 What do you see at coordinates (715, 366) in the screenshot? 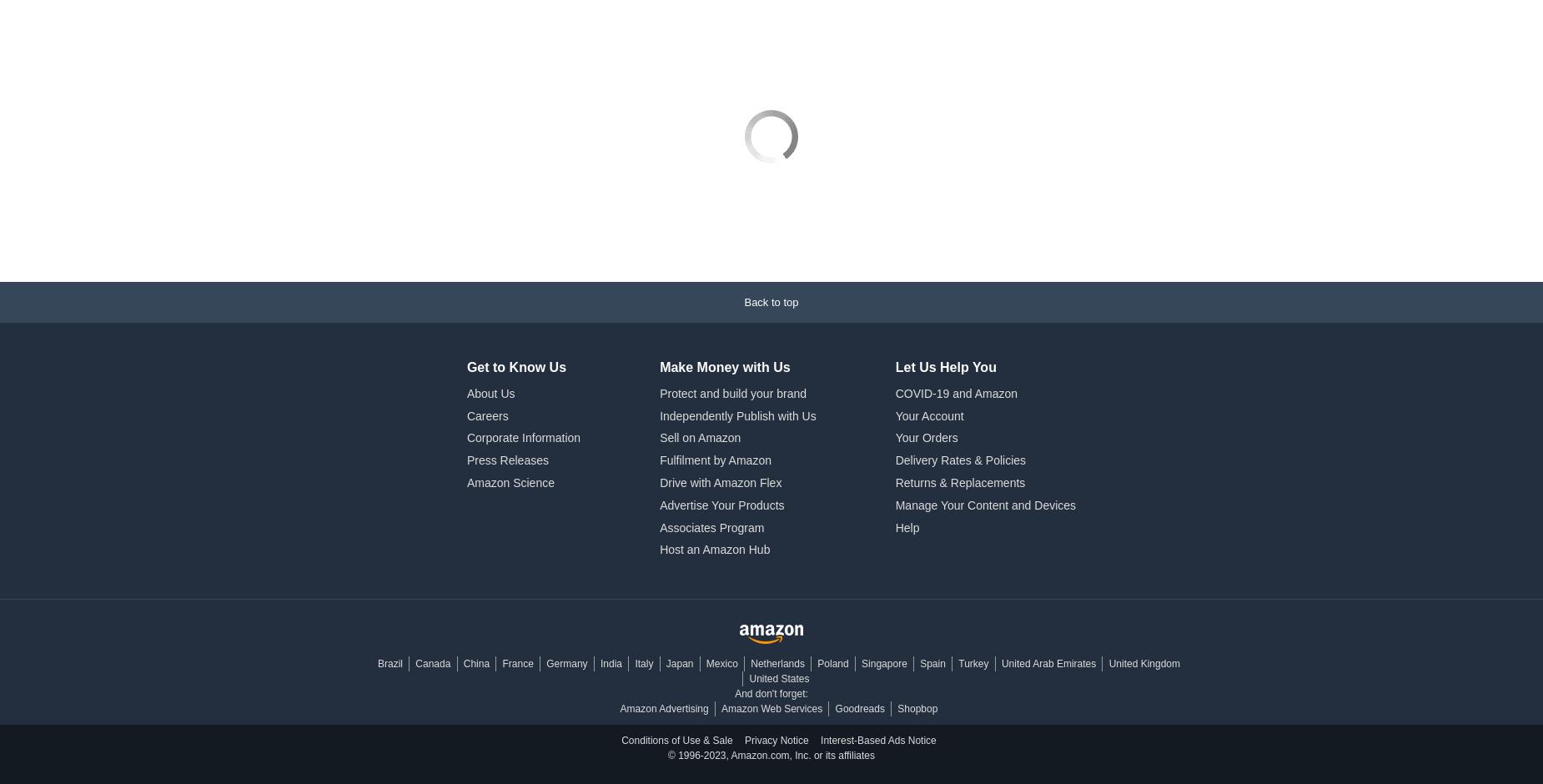
I see `'Fulfilment by Amazon'` at bounding box center [715, 366].